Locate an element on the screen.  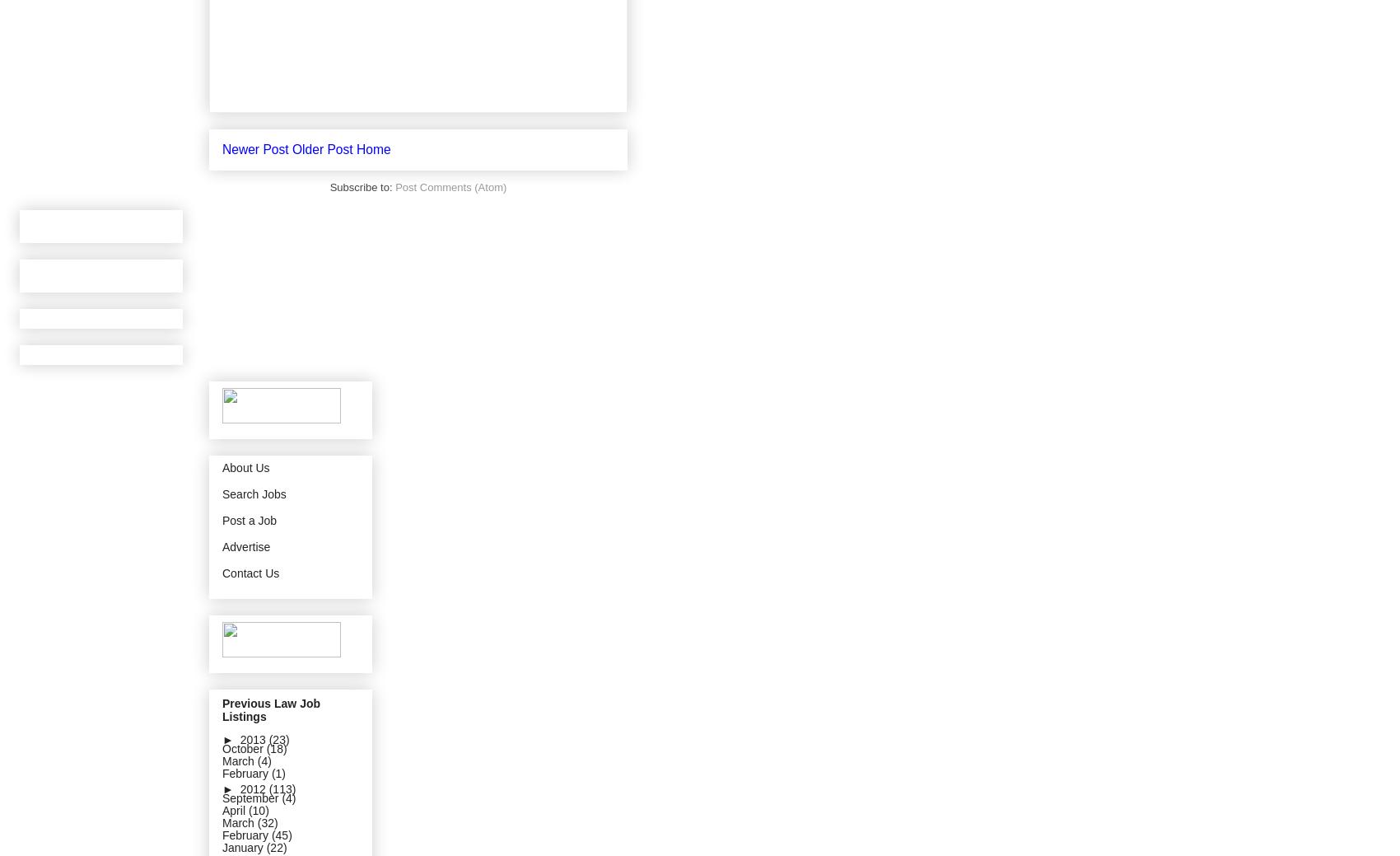
'(113)' is located at coordinates (281, 788).